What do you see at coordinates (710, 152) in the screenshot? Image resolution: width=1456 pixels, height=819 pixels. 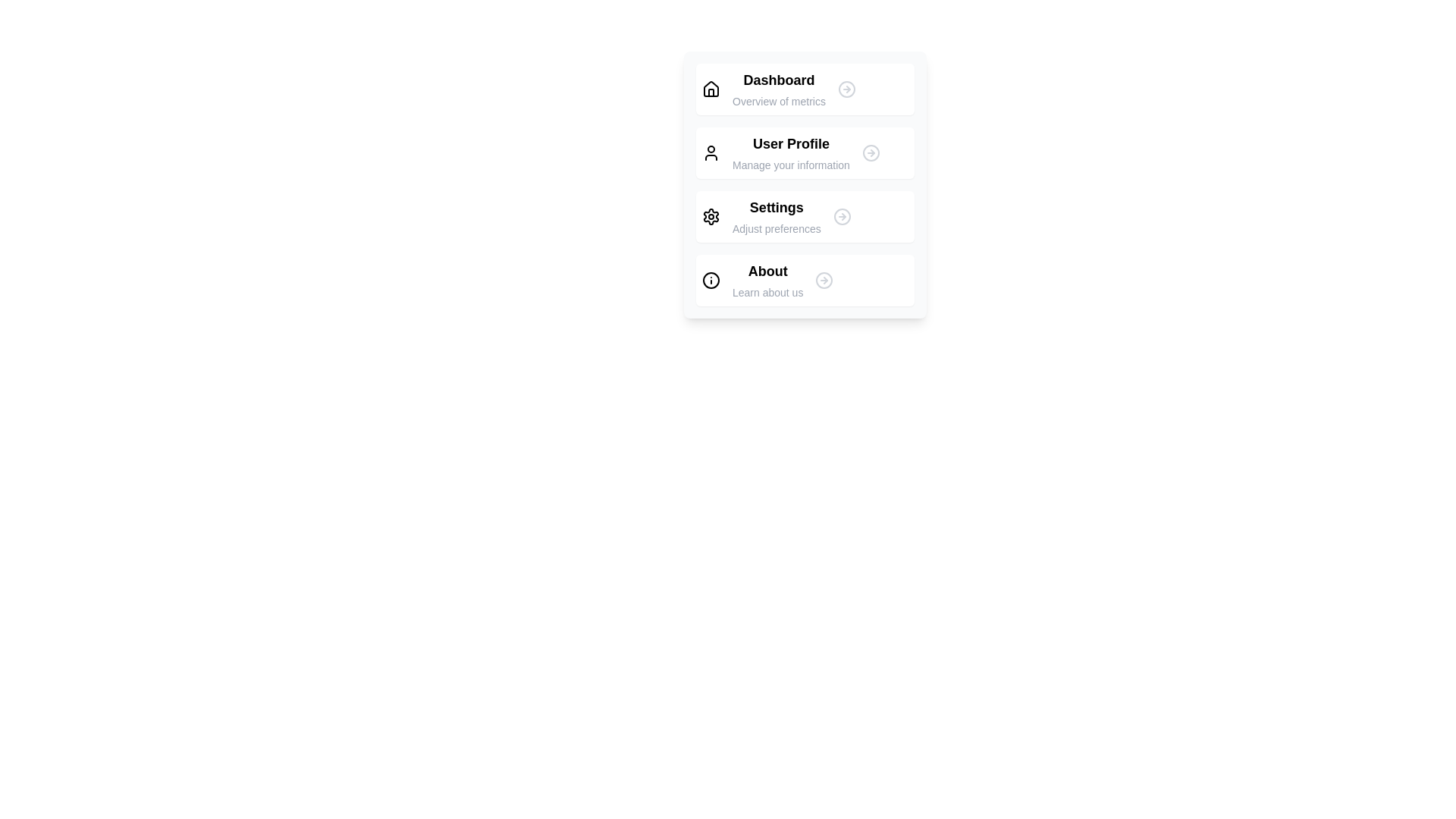 I see `the first icon in the 'User Profile' section, which visually represents the 'User Profile' for intuitive navigation` at bounding box center [710, 152].